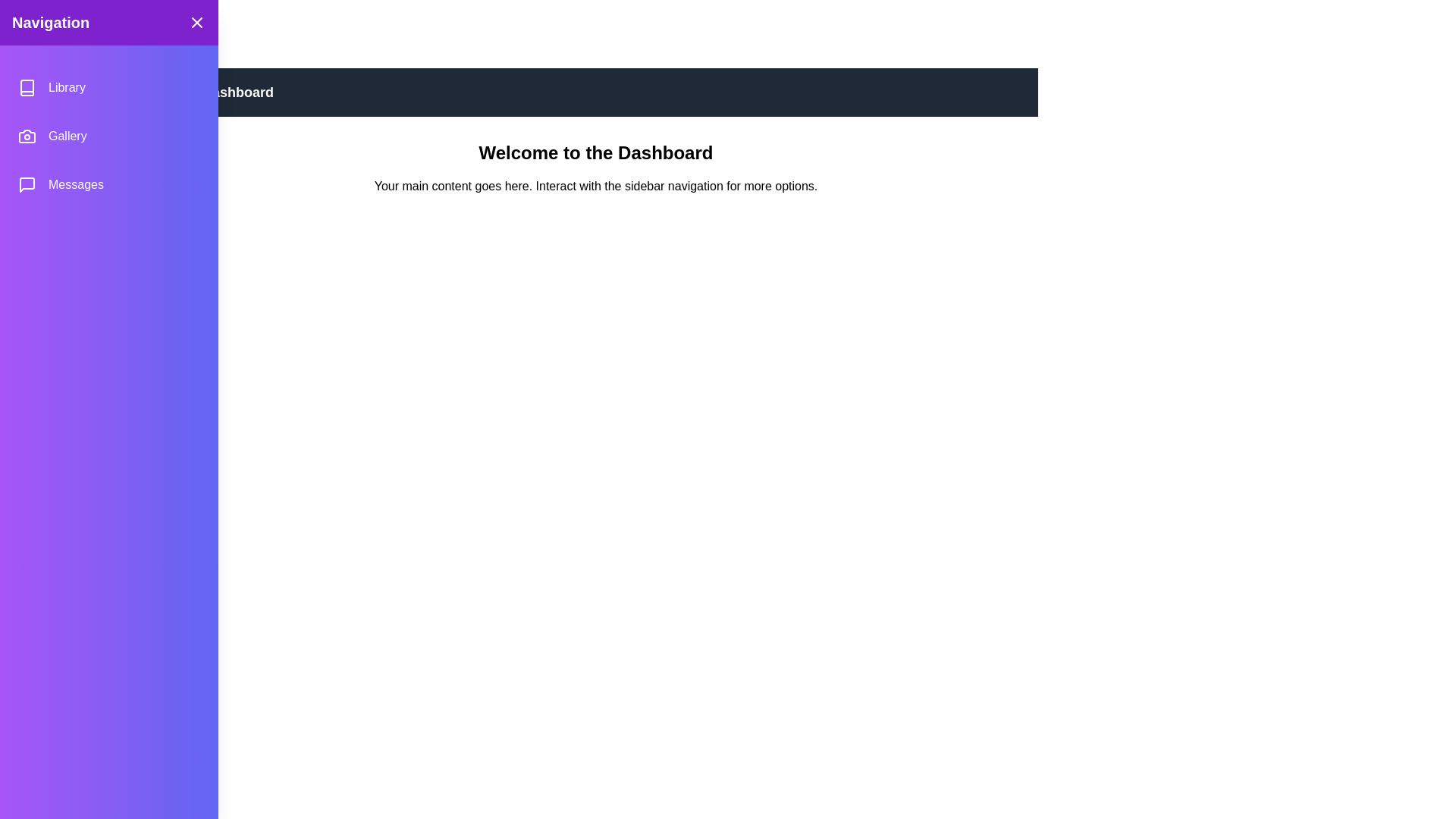  Describe the element at coordinates (196, 23) in the screenshot. I see `the Close Icon (SVG) located in the top-right corner of the left sidebar's header area labeled 'Navigation' to possibly reveal a tooltip` at that location.